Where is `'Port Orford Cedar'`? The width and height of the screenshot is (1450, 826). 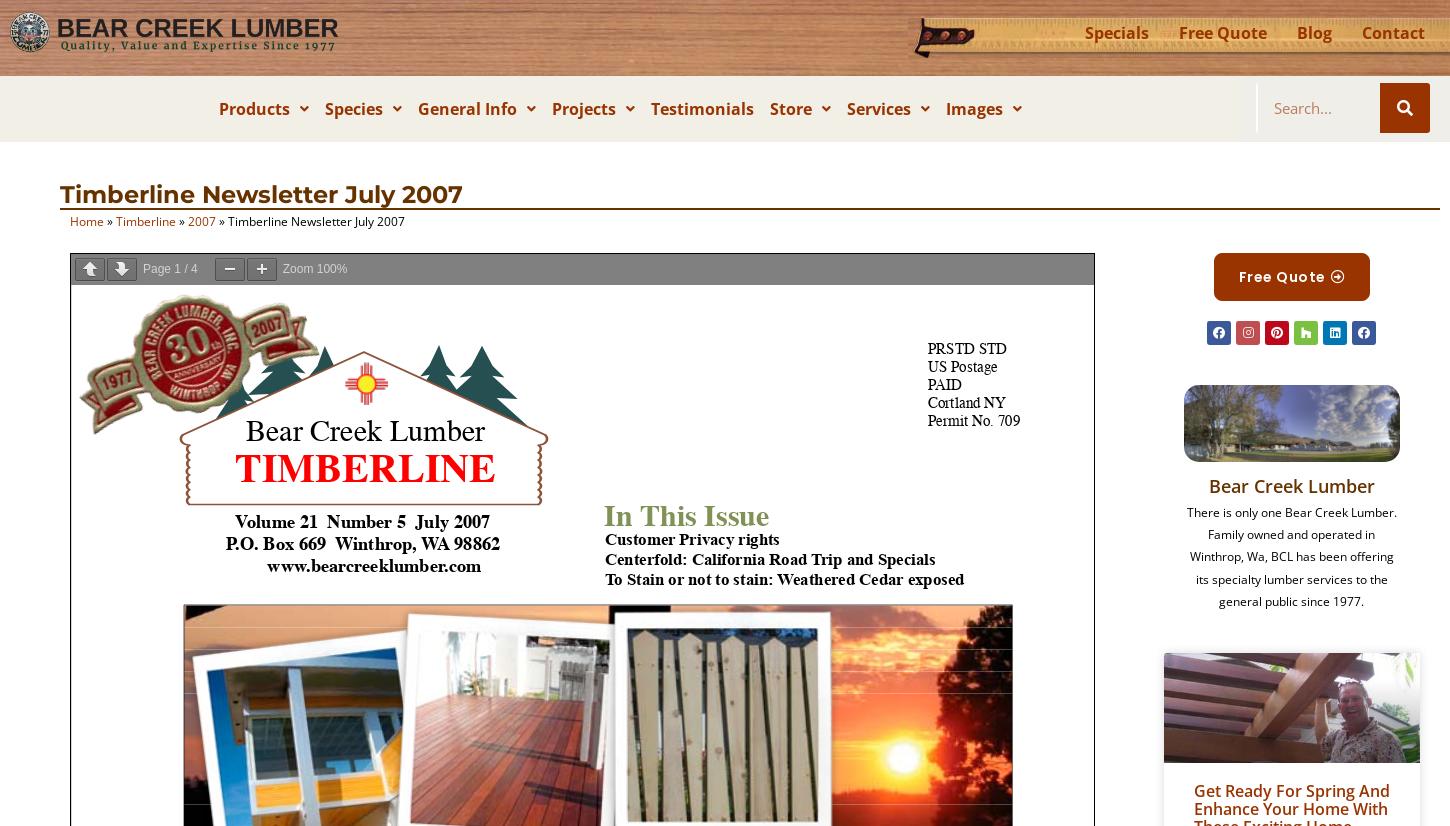
'Port Orford Cedar' is located at coordinates (418, 249).